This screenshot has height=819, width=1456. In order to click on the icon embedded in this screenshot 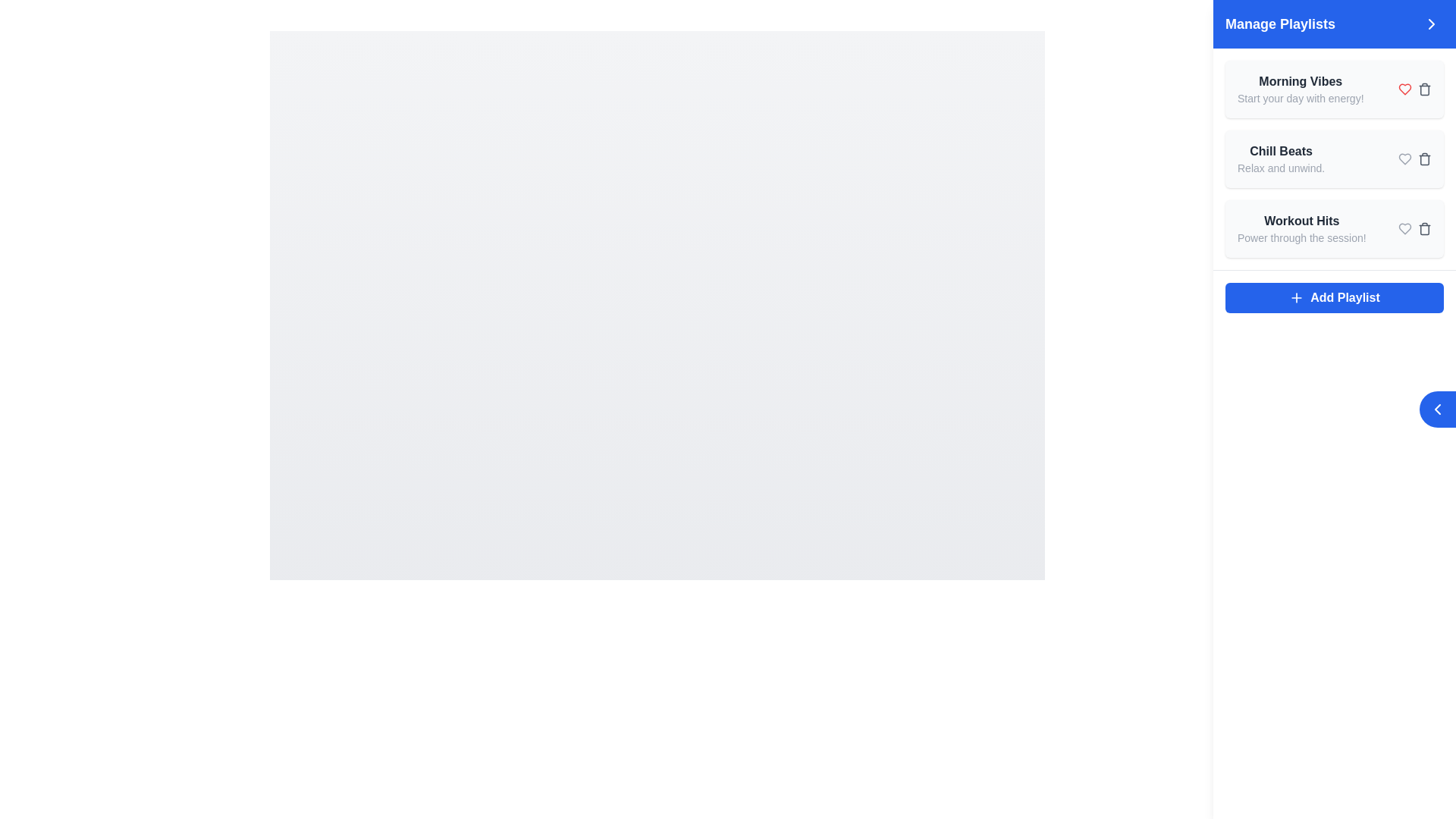, I will do `click(1437, 409)`.